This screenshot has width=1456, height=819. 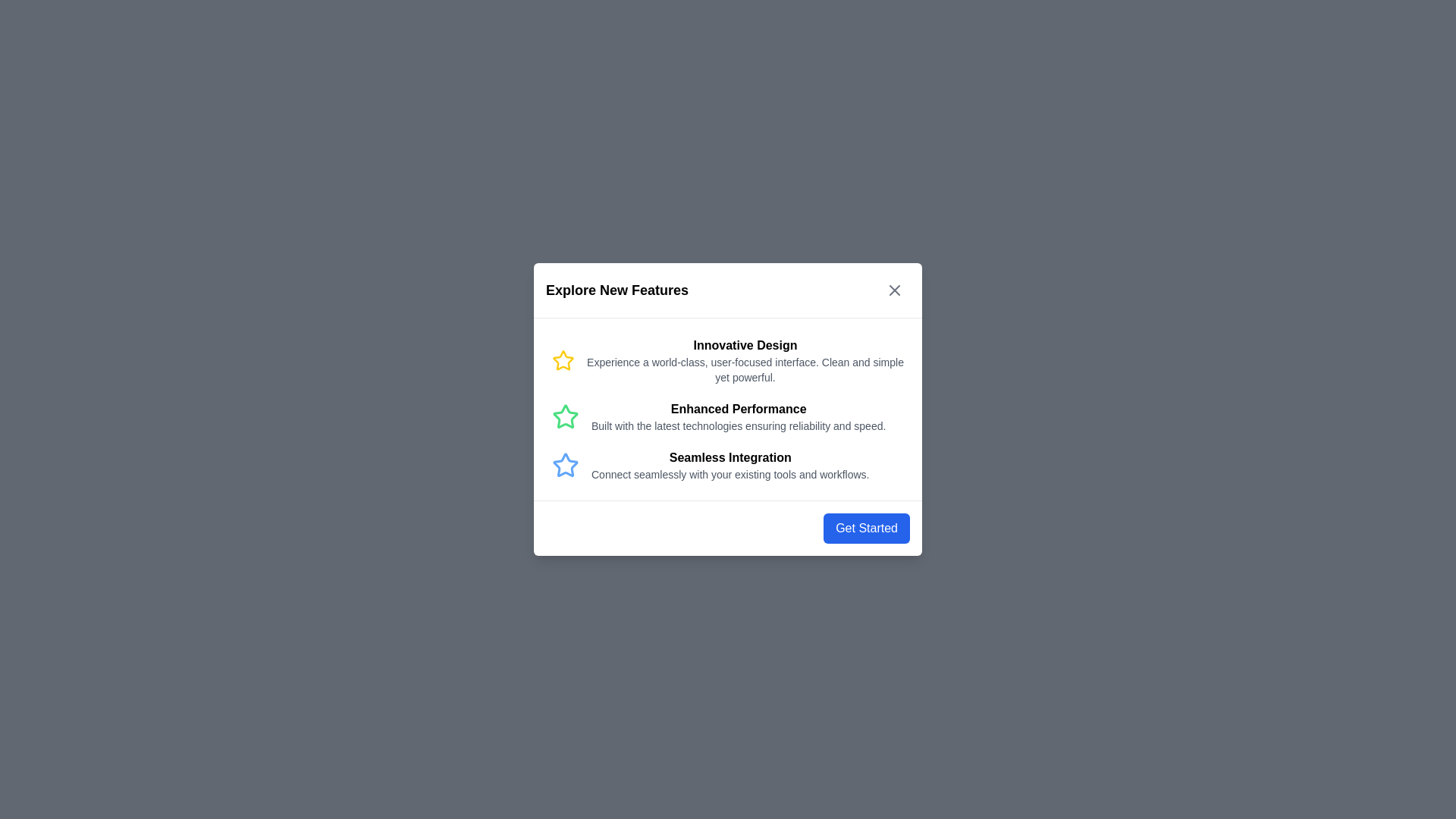 I want to click on the descriptive text that reads 'Built with the latest technologies ensuring reliability and speed.' which is positioned directly beneath the title 'Enhanced Performance', so click(x=739, y=426).